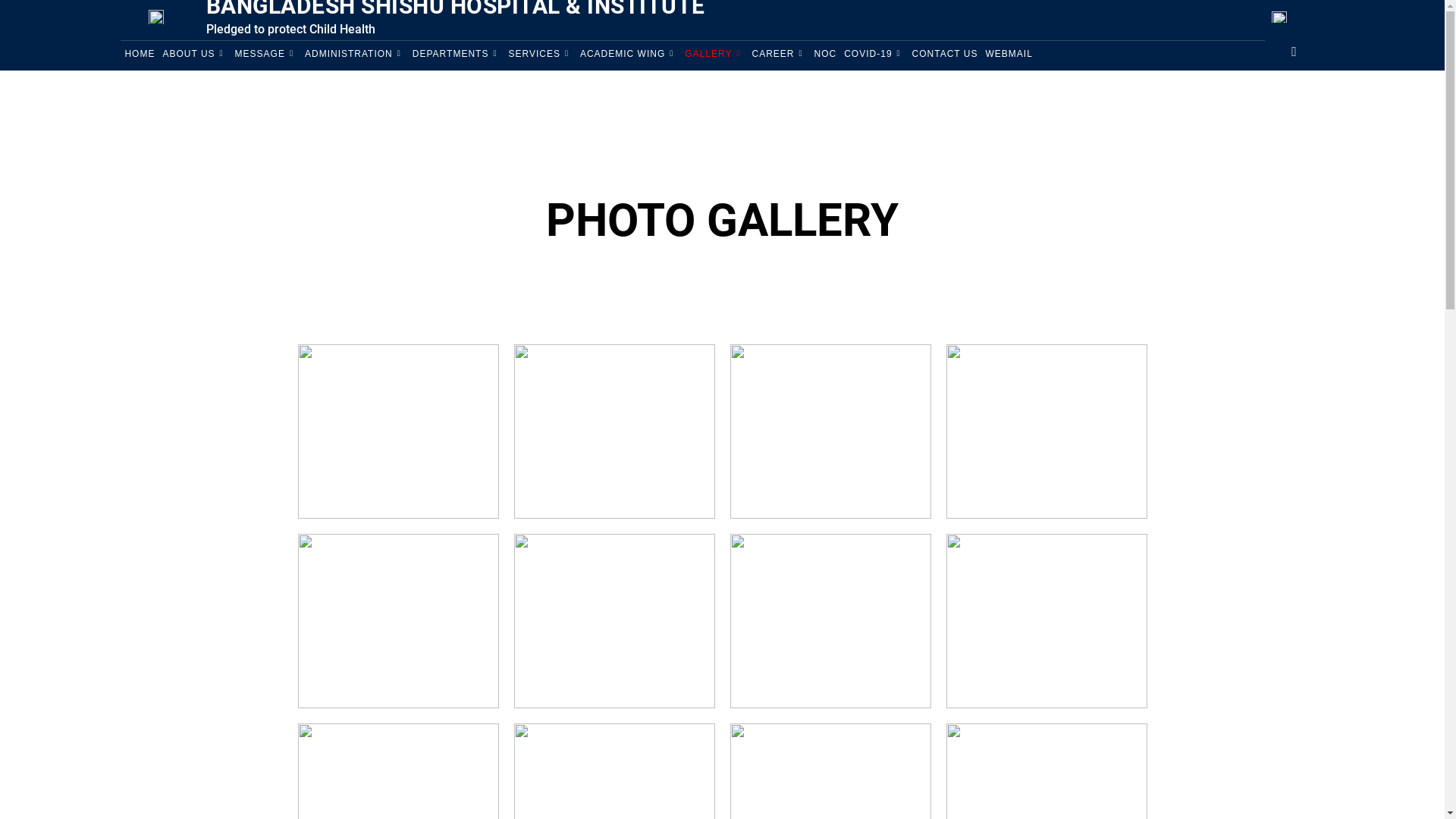  What do you see at coordinates (874, 52) in the screenshot?
I see `'COVID-19'` at bounding box center [874, 52].